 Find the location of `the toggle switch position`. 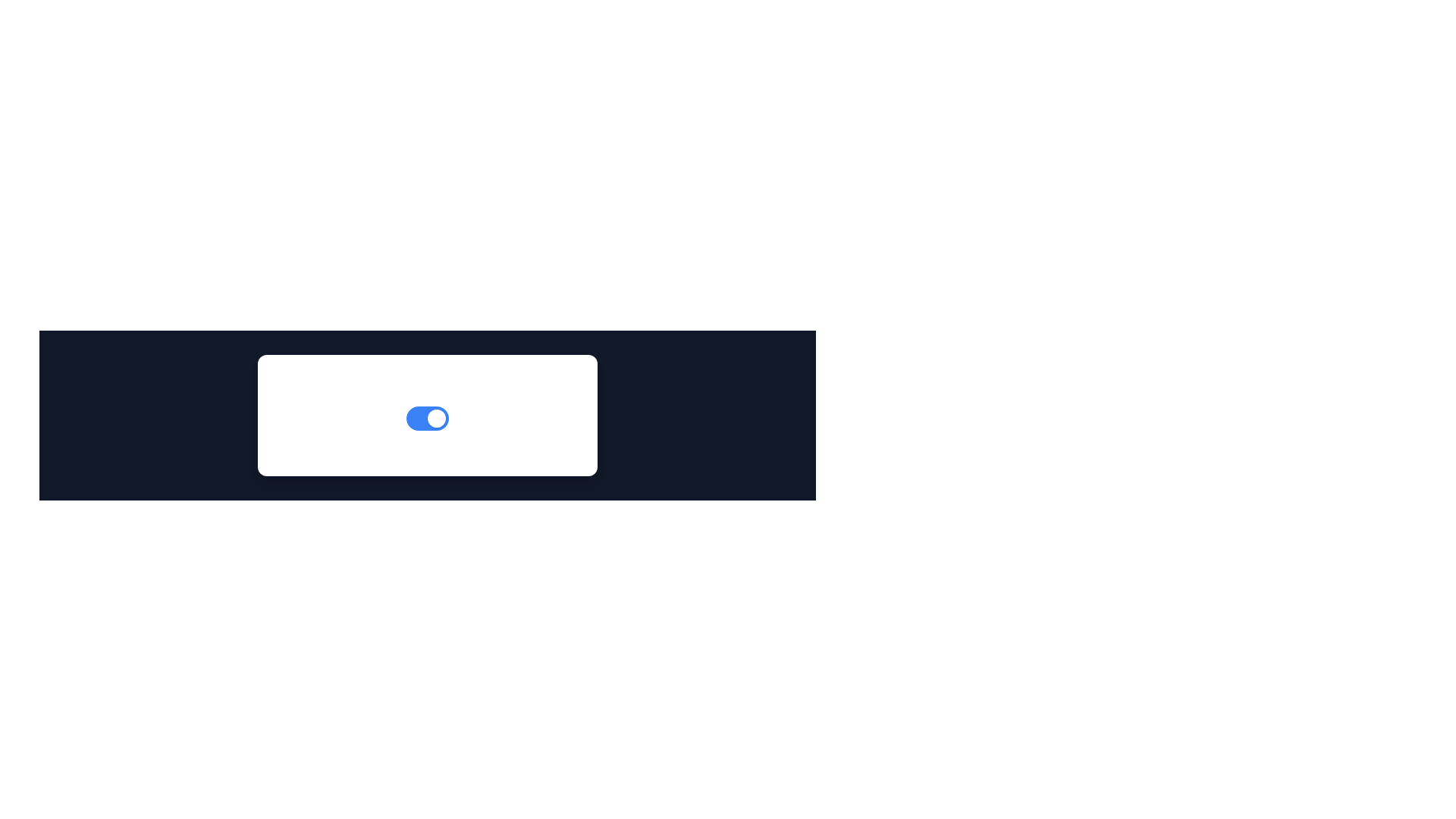

the toggle switch position is located at coordinates (433, 418).